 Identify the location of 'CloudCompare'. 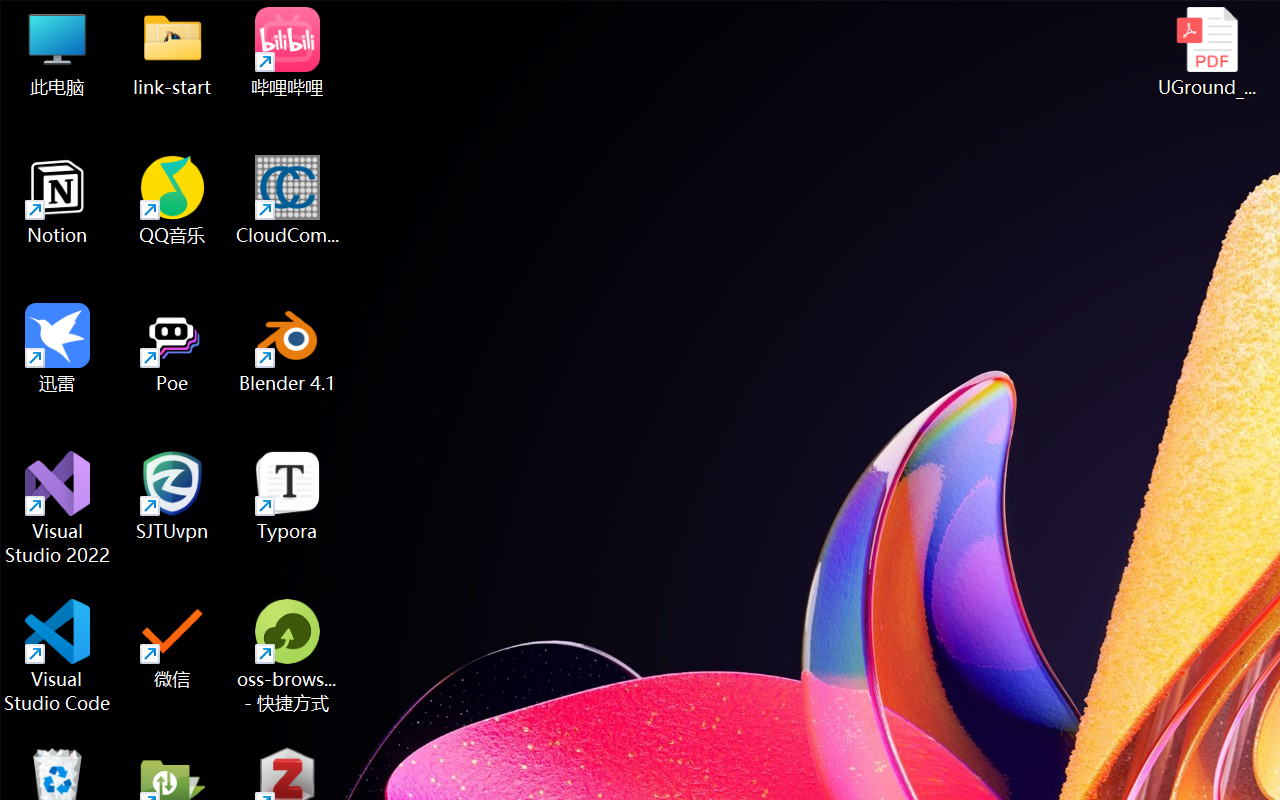
(287, 200).